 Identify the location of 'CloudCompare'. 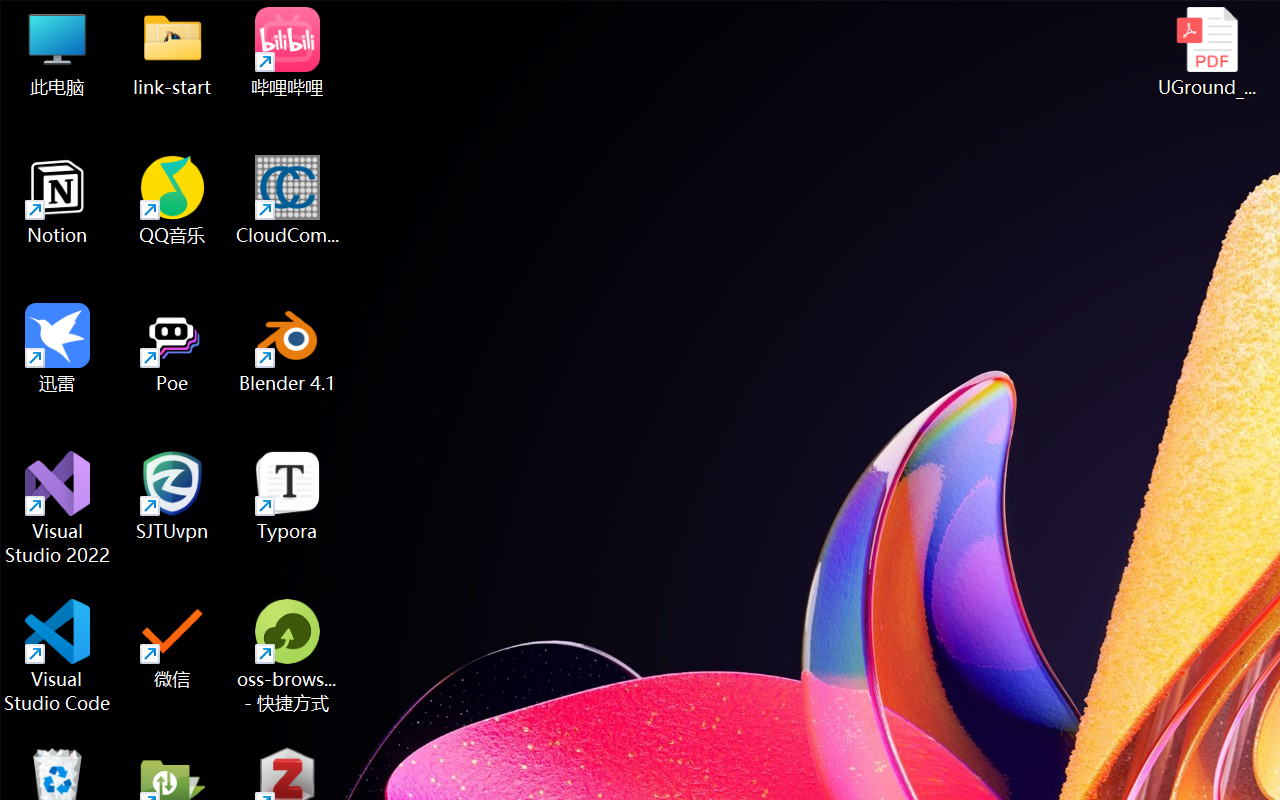
(287, 200).